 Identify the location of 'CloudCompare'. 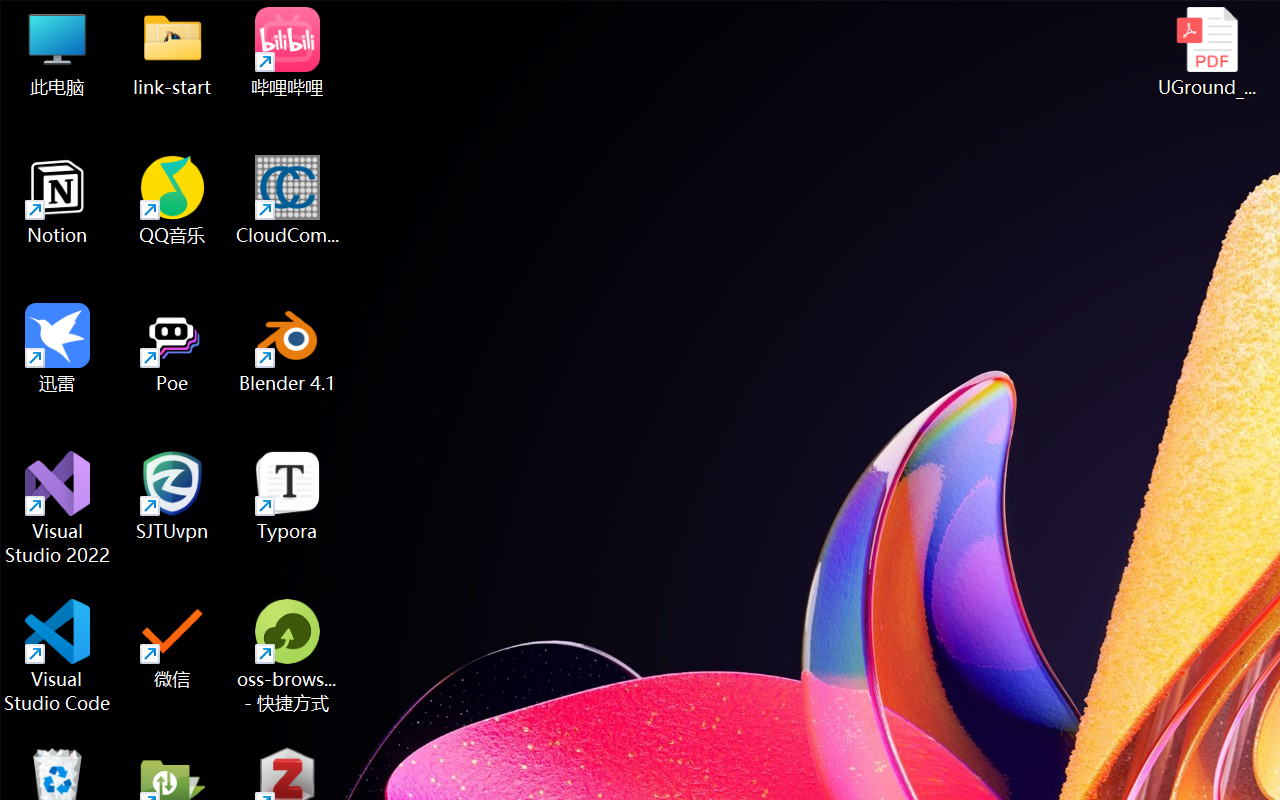
(287, 200).